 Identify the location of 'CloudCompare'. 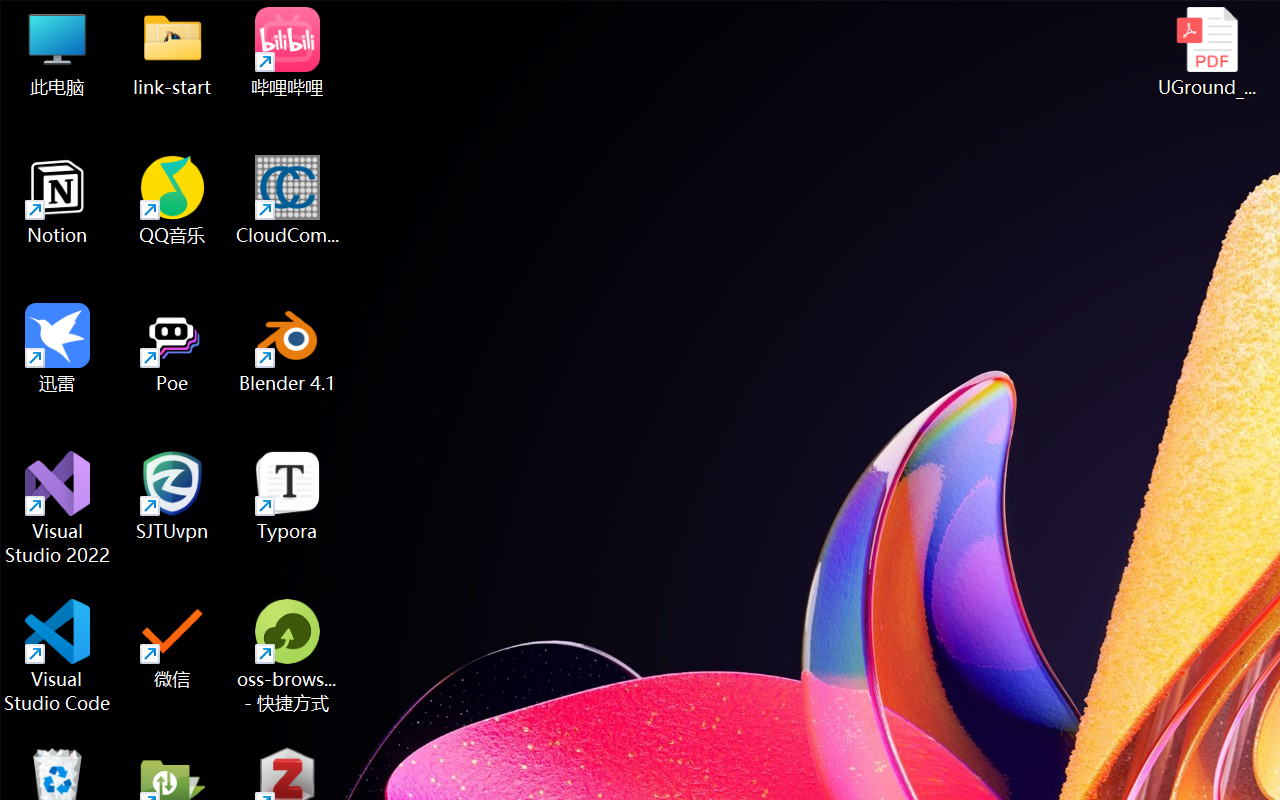
(287, 200).